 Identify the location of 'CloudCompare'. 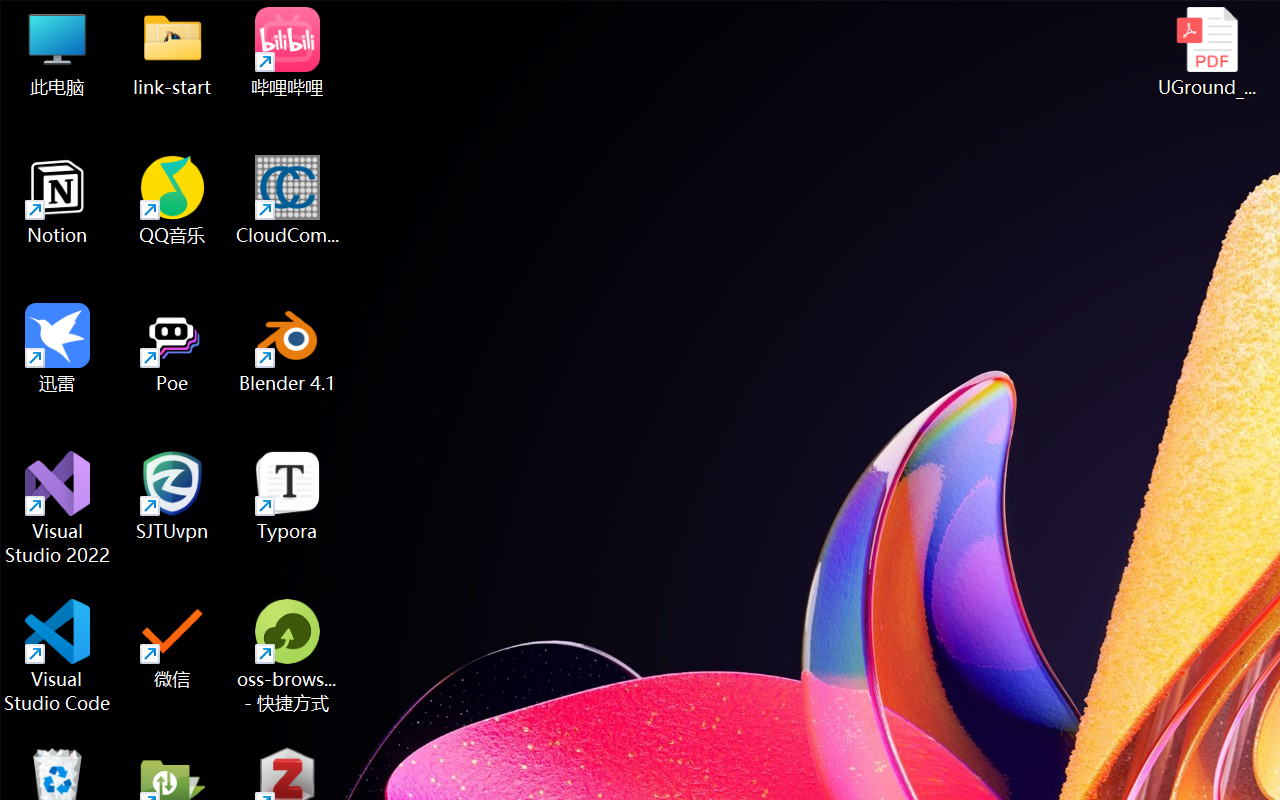
(287, 200).